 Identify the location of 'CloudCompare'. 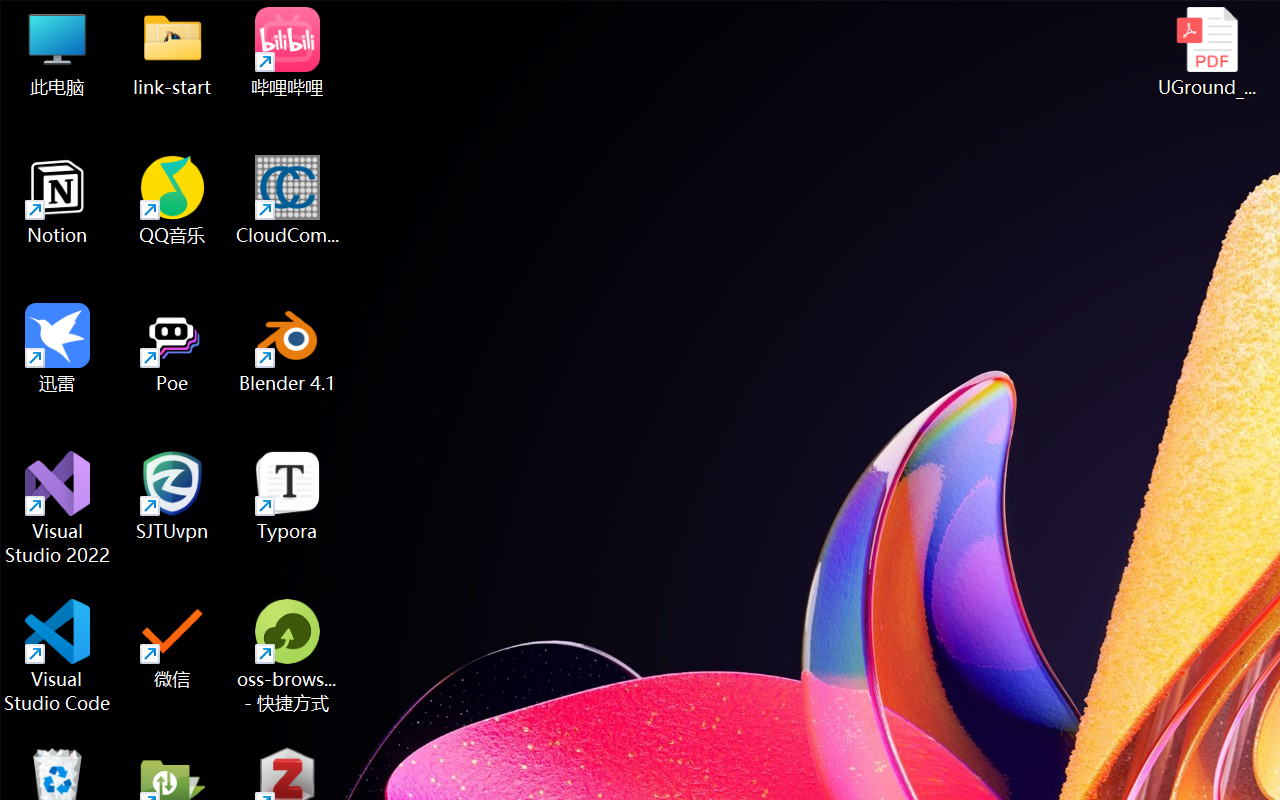
(287, 200).